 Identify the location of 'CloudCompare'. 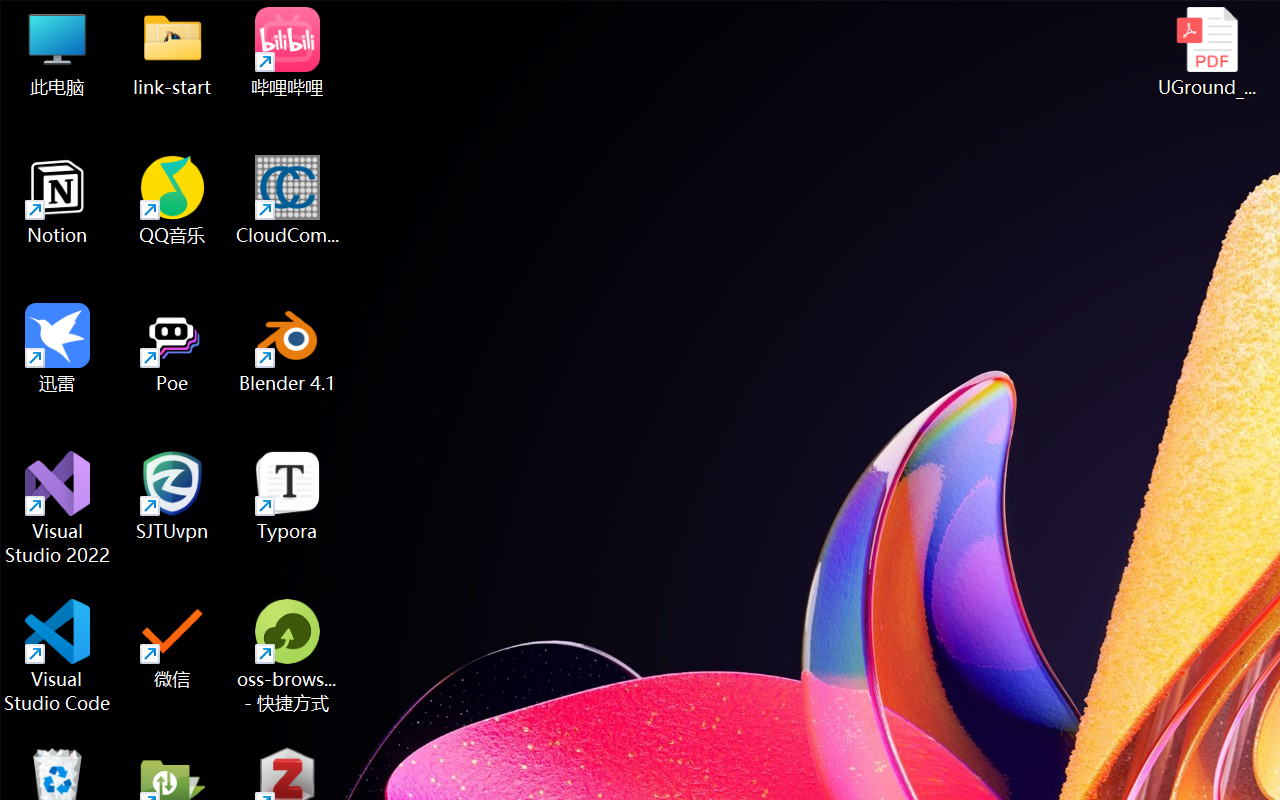
(287, 200).